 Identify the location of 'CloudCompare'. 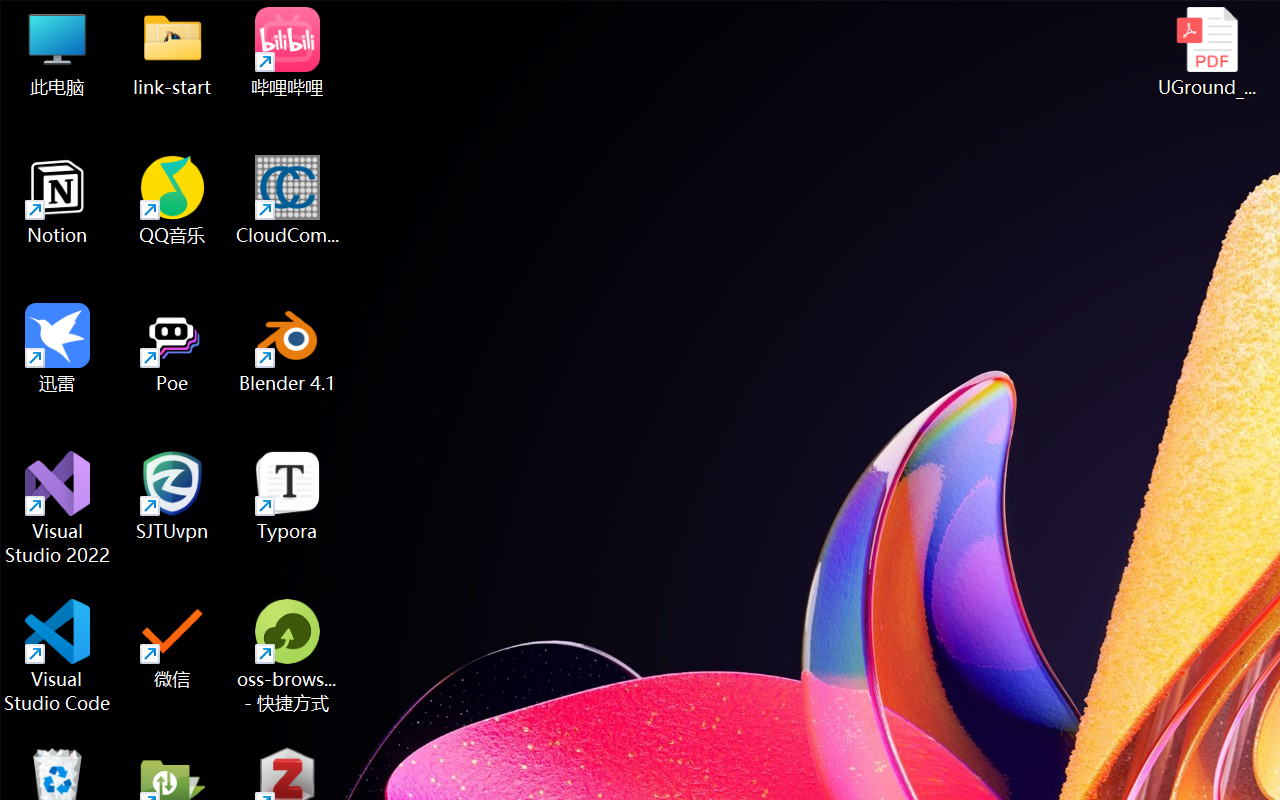
(287, 200).